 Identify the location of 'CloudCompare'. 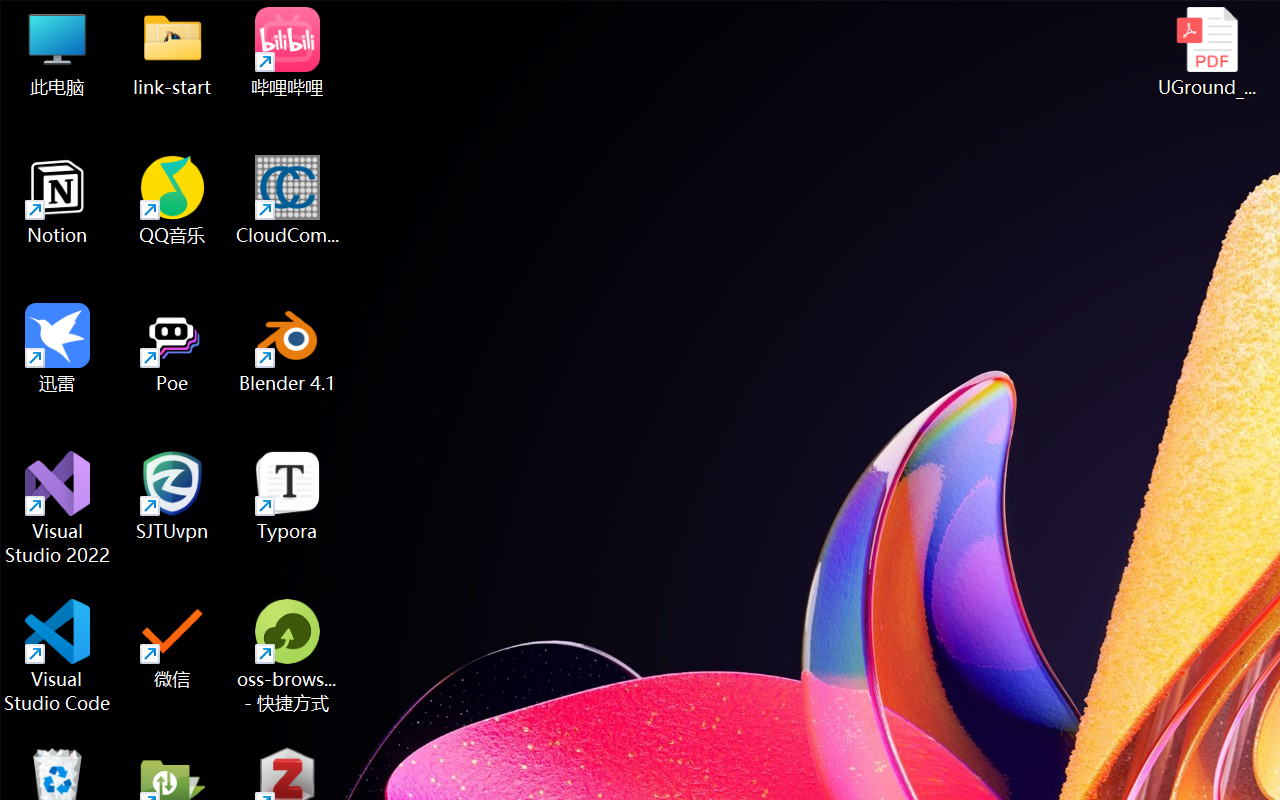
(287, 200).